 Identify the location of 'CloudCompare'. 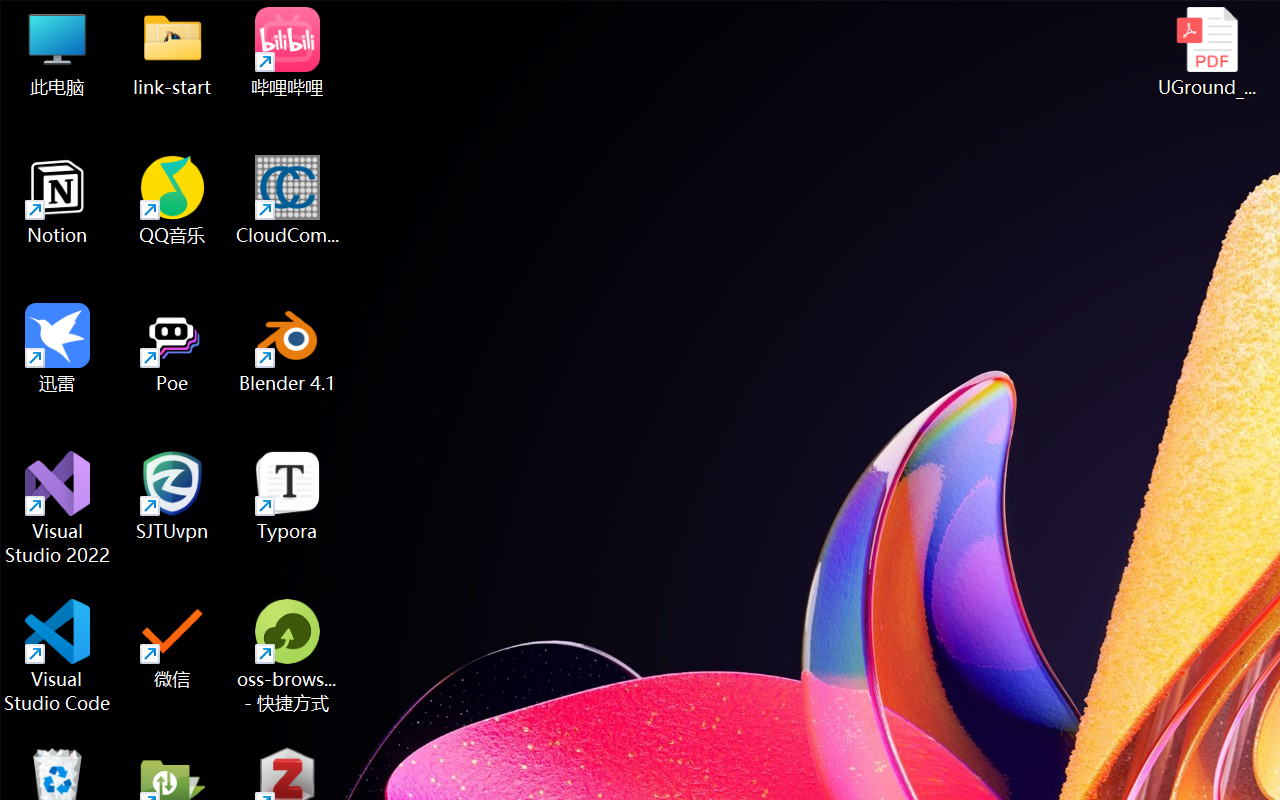
(287, 200).